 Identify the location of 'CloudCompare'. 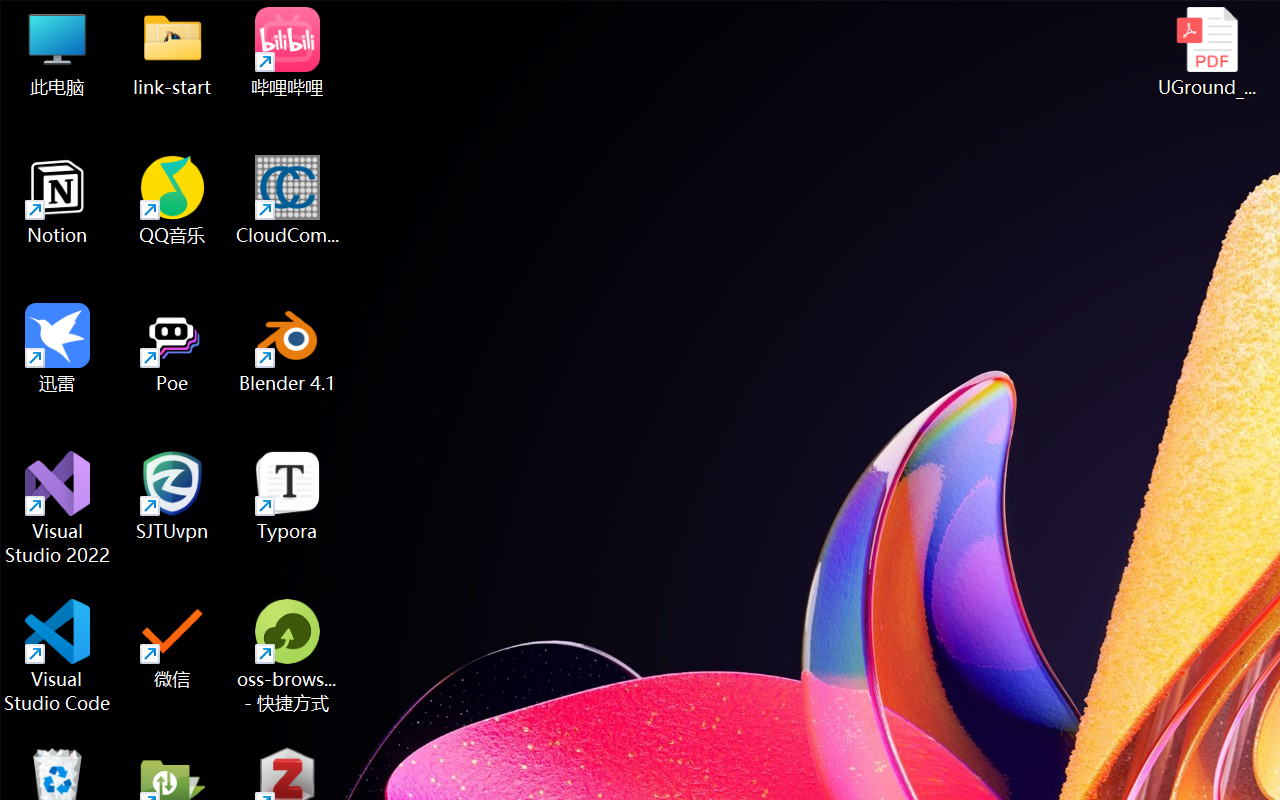
(287, 200).